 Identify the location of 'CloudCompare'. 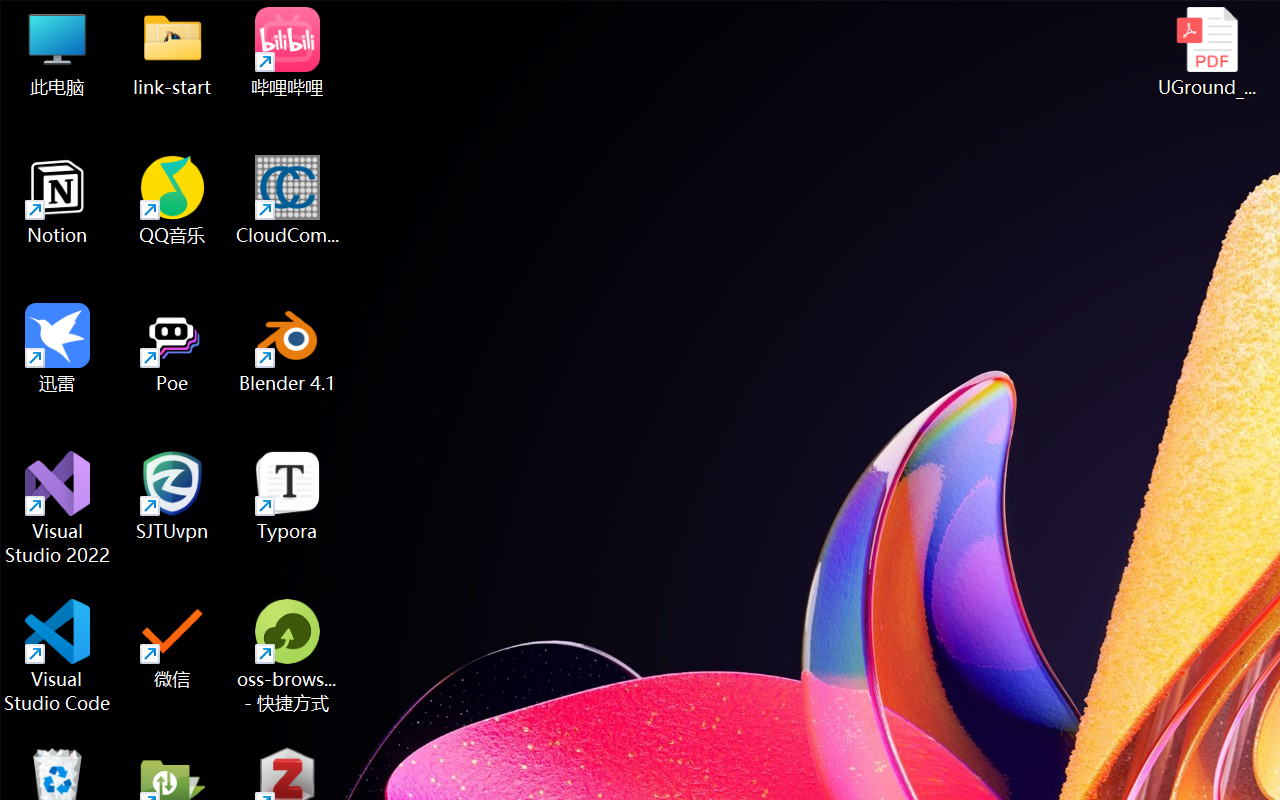
(287, 200).